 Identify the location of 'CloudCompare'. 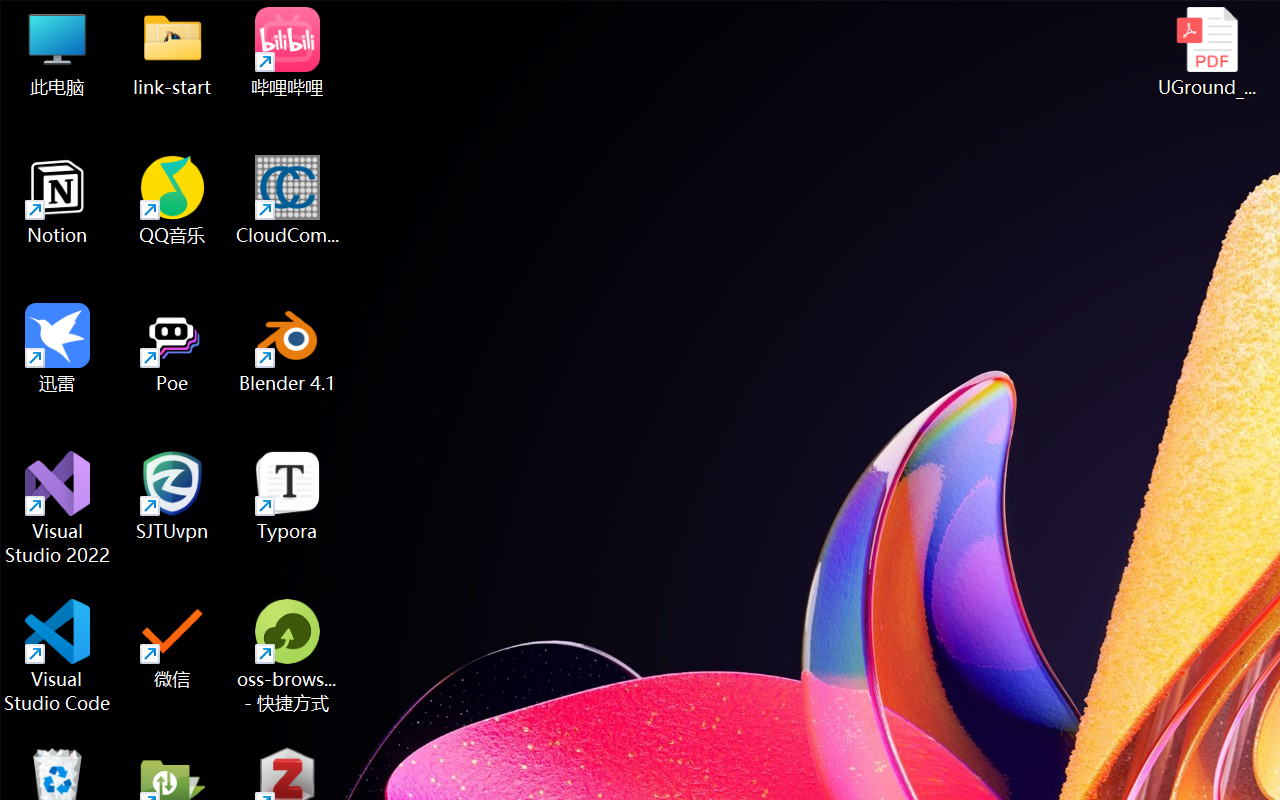
(287, 200).